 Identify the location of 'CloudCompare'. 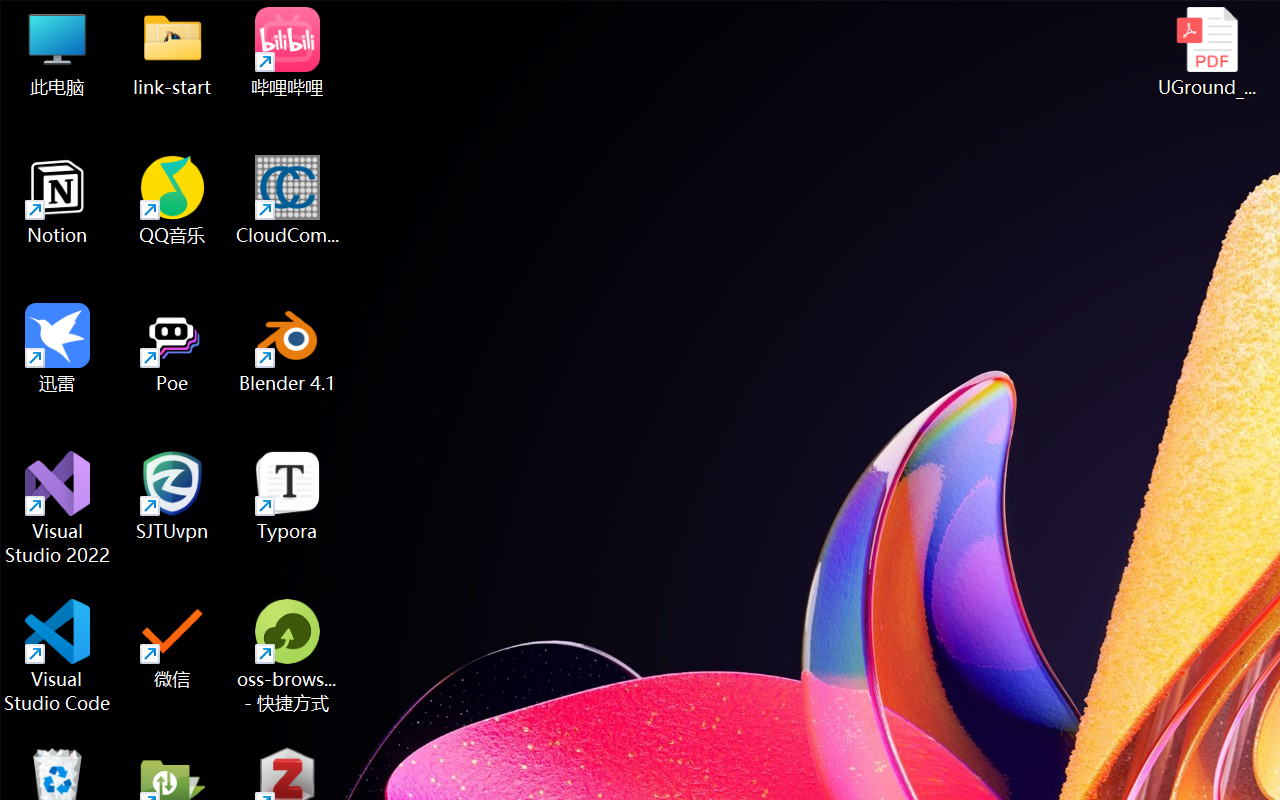
(287, 200).